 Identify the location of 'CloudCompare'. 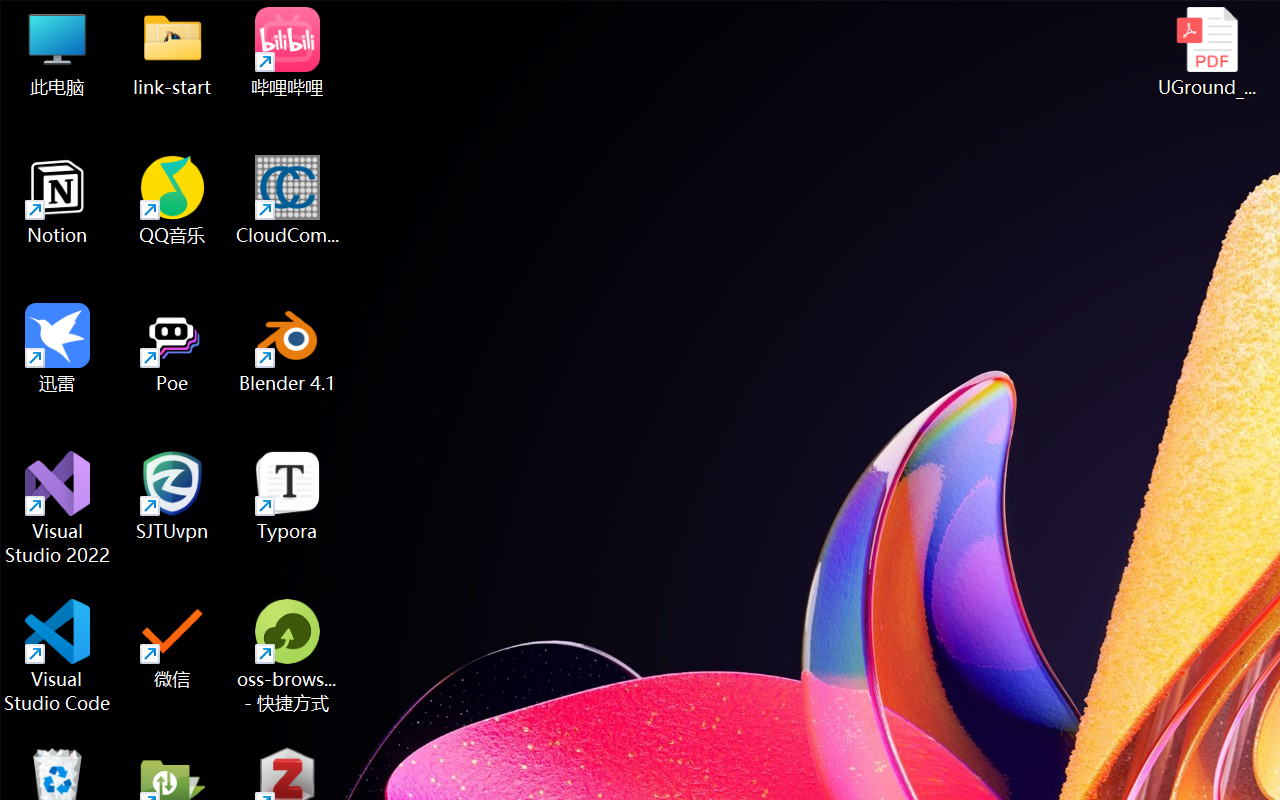
(287, 200).